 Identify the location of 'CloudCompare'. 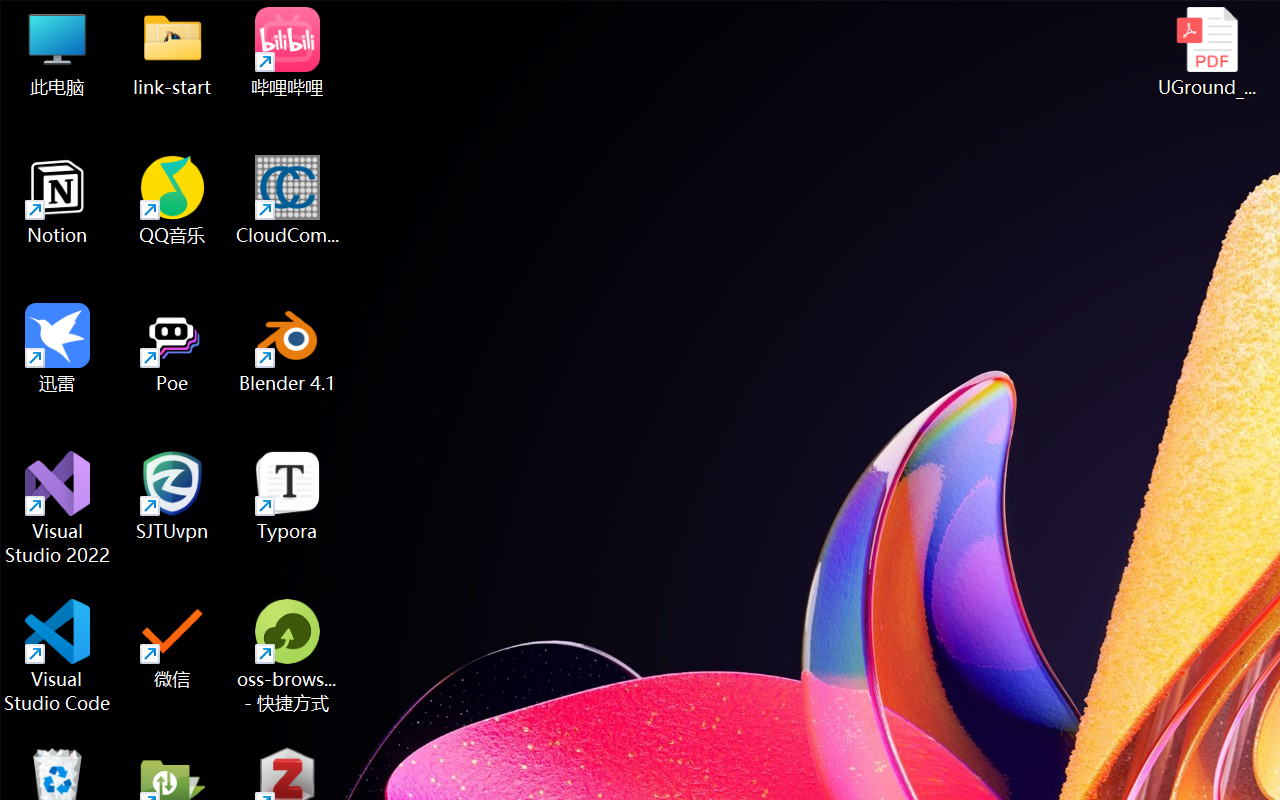
(287, 200).